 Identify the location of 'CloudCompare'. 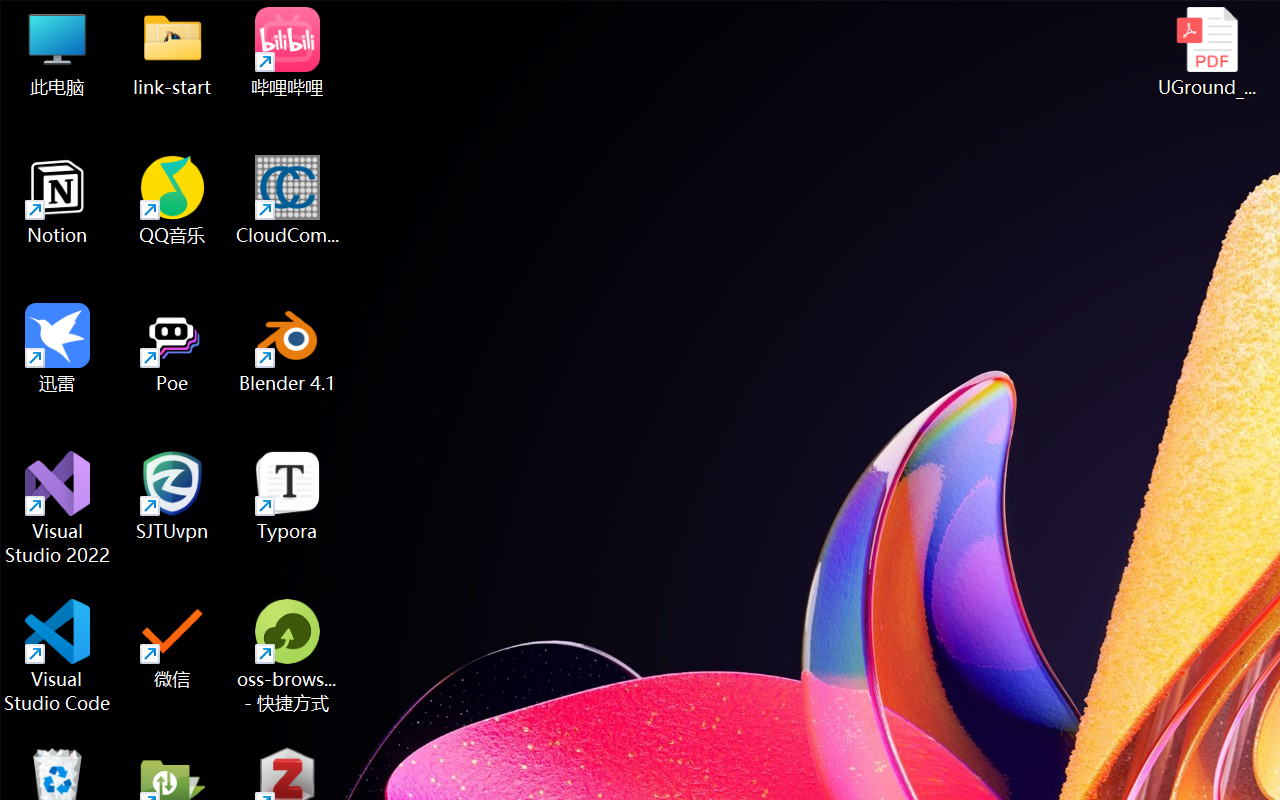
(287, 200).